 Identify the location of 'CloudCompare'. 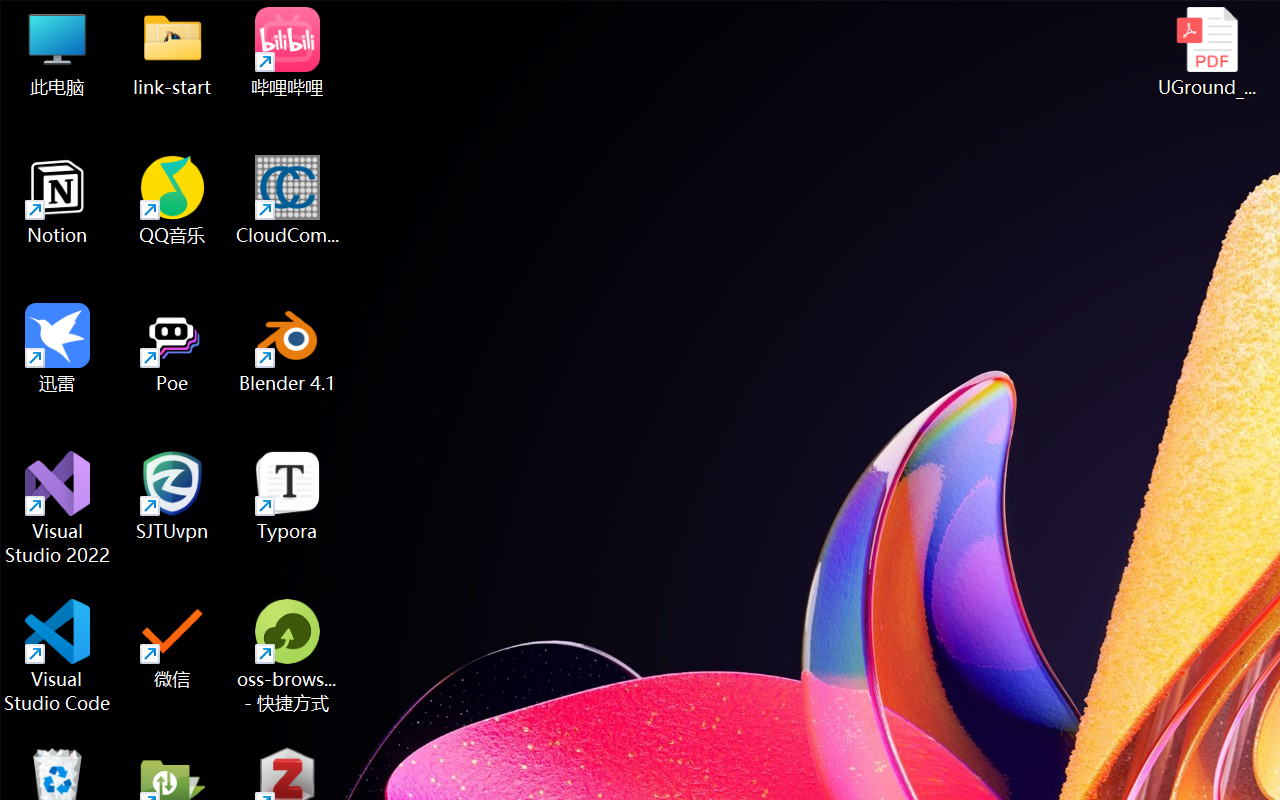
(287, 200).